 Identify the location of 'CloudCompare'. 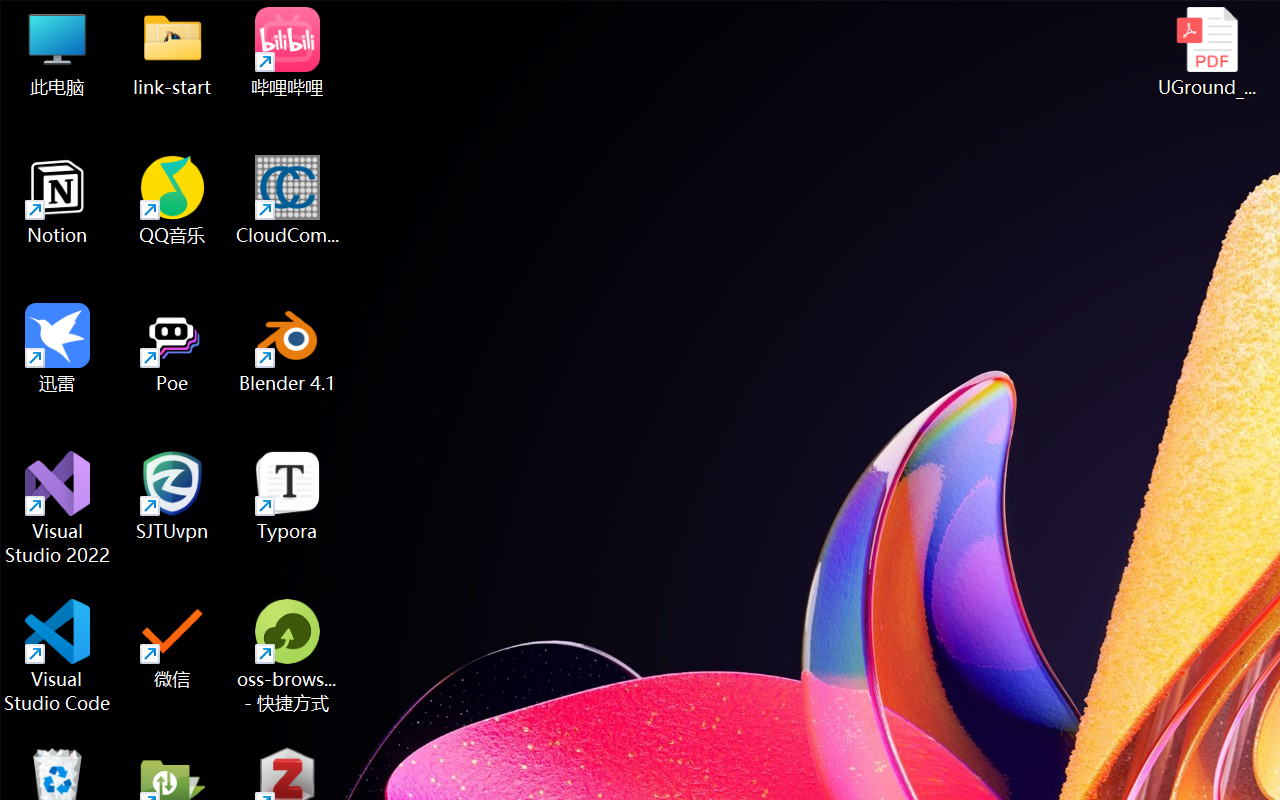
(287, 200).